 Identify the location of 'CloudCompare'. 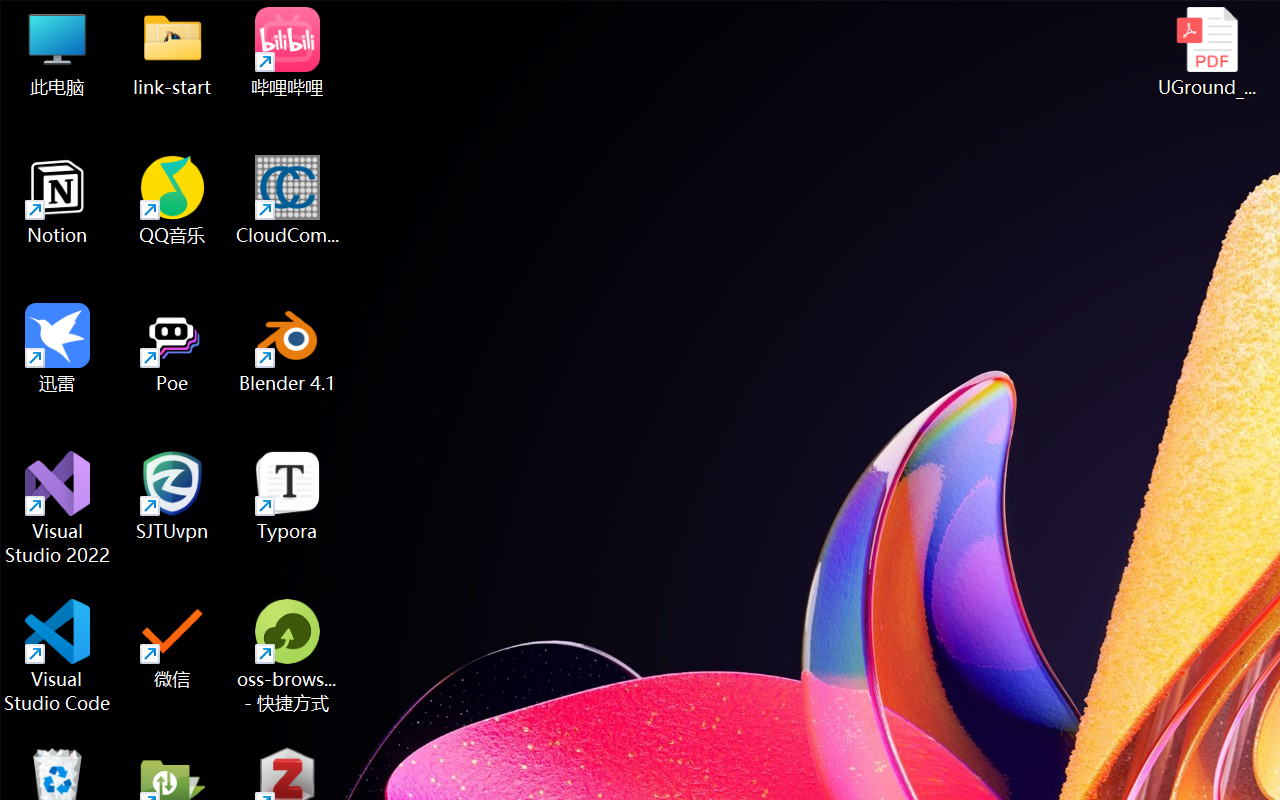
(287, 200).